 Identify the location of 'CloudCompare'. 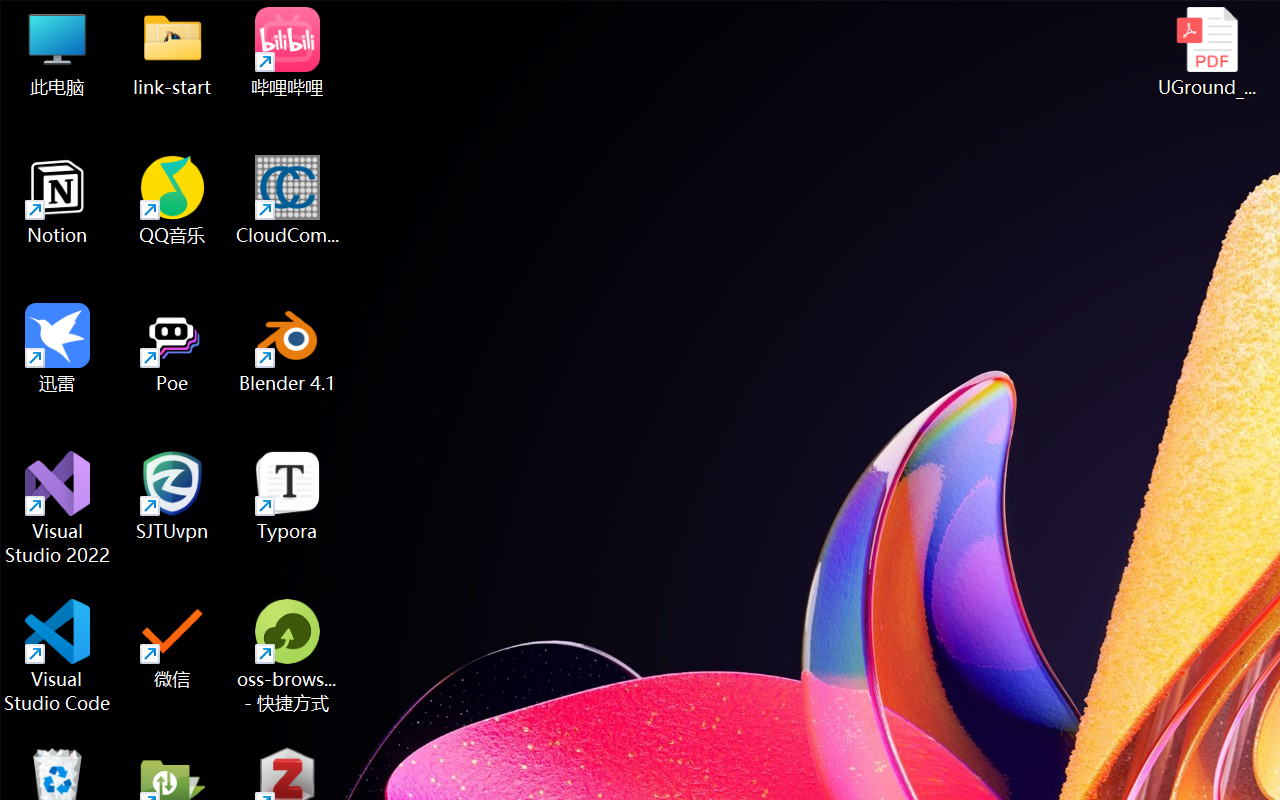
(287, 200).